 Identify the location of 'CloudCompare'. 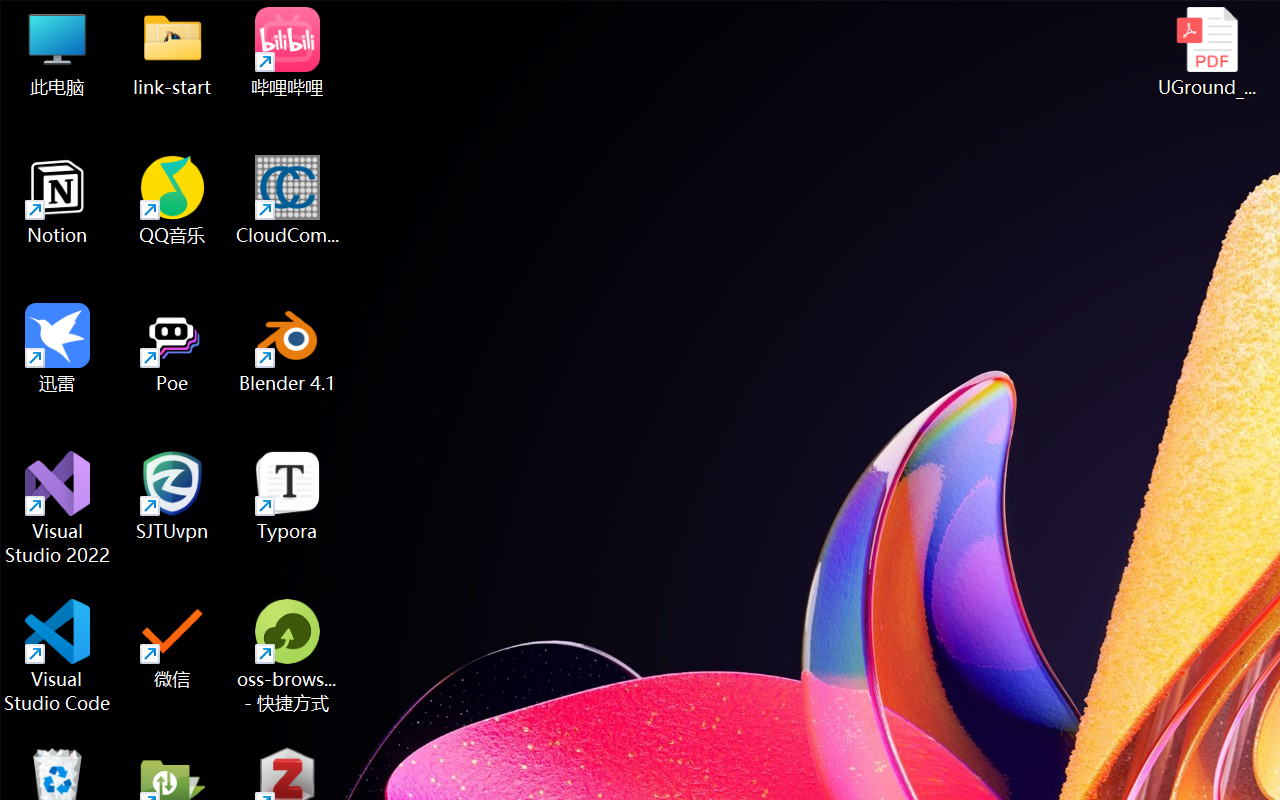
(287, 200).